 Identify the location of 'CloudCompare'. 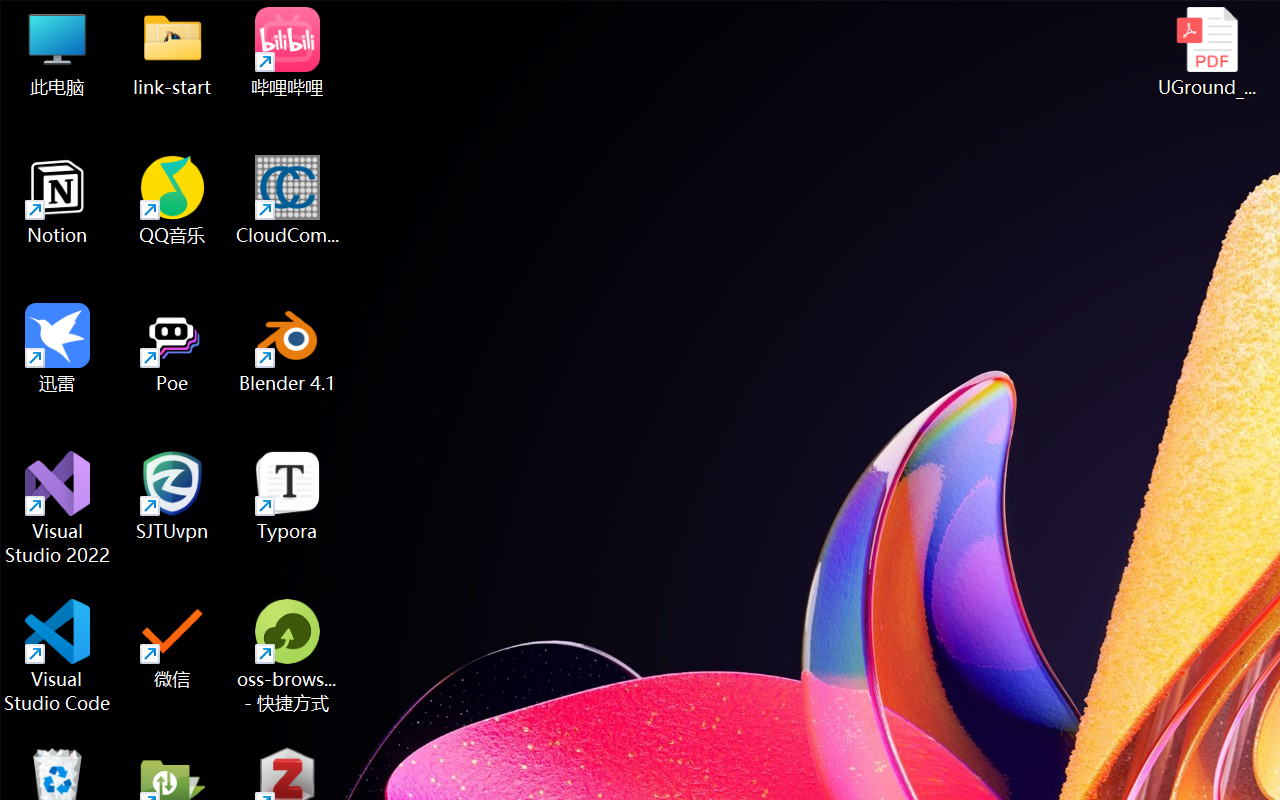
(287, 200).